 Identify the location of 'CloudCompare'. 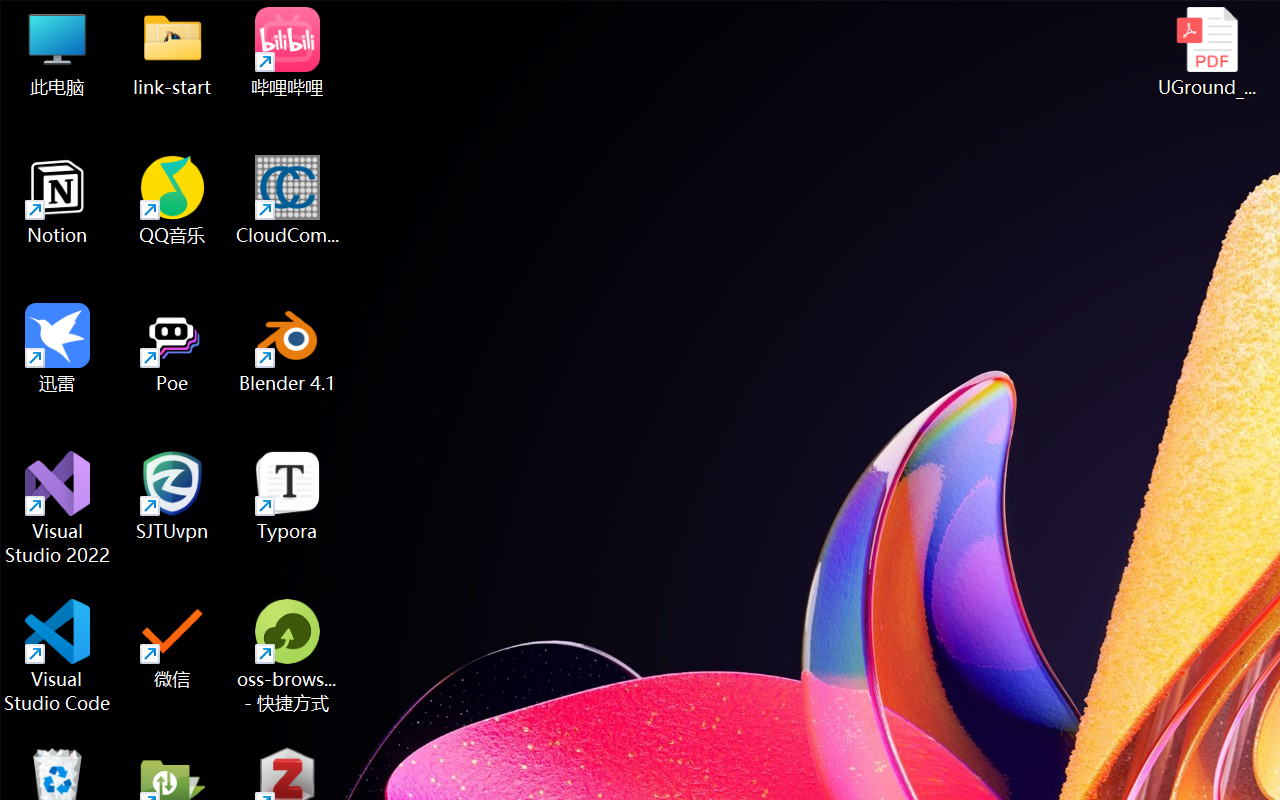
(287, 200).